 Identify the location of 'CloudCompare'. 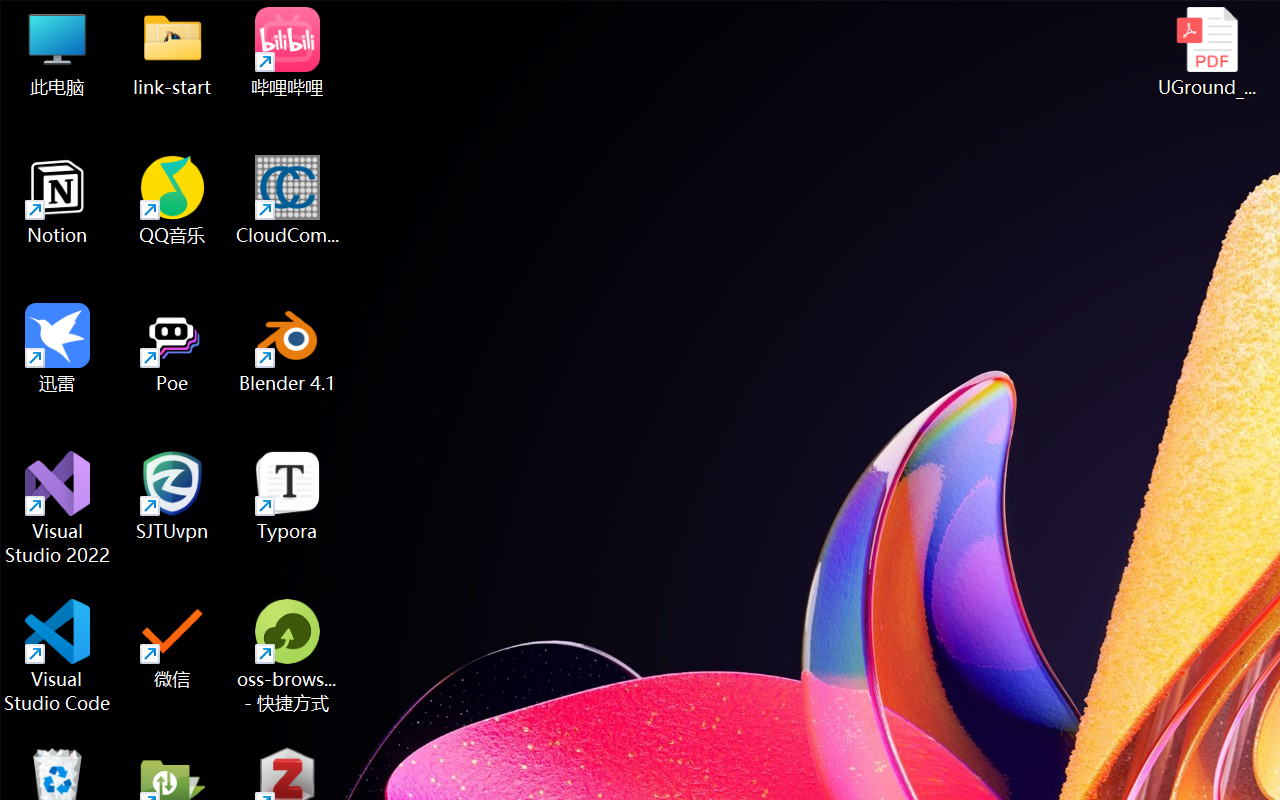
(287, 200).